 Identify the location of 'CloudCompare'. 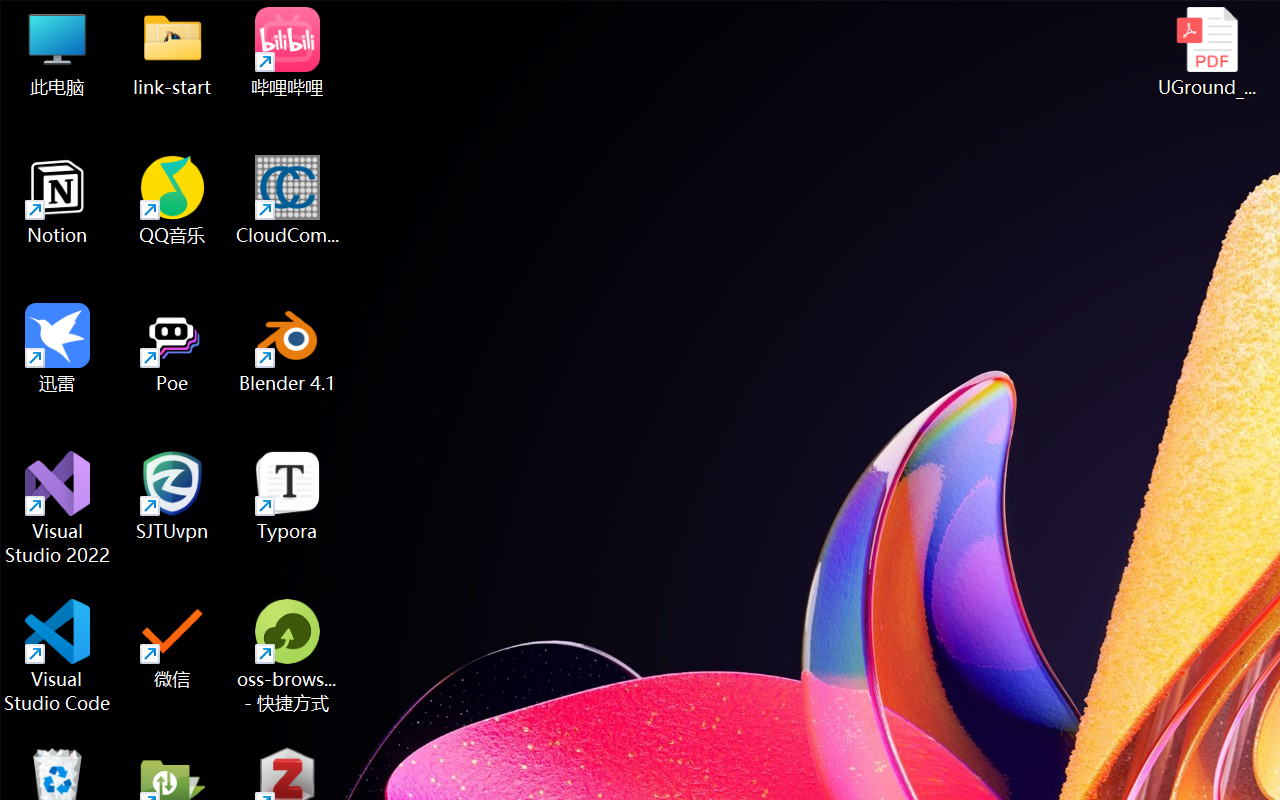
(287, 200).